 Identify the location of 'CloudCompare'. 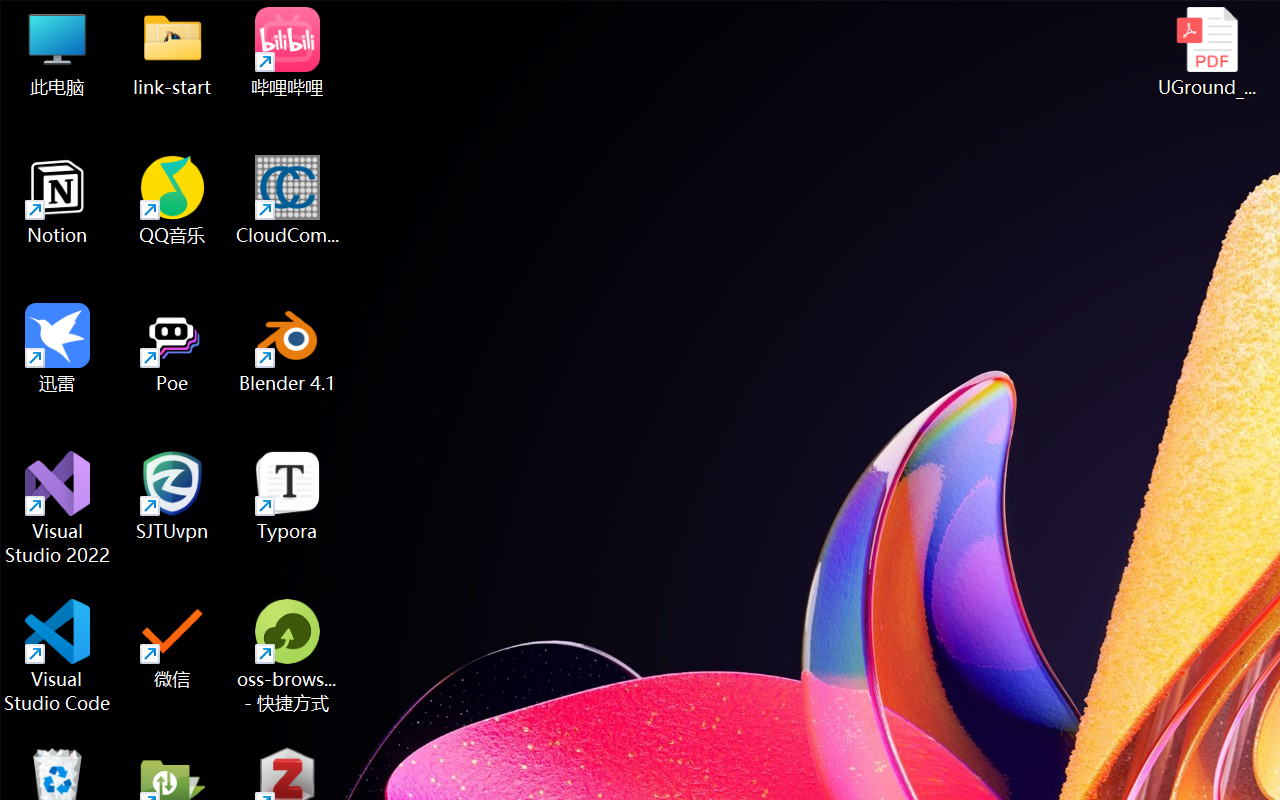
(287, 200).